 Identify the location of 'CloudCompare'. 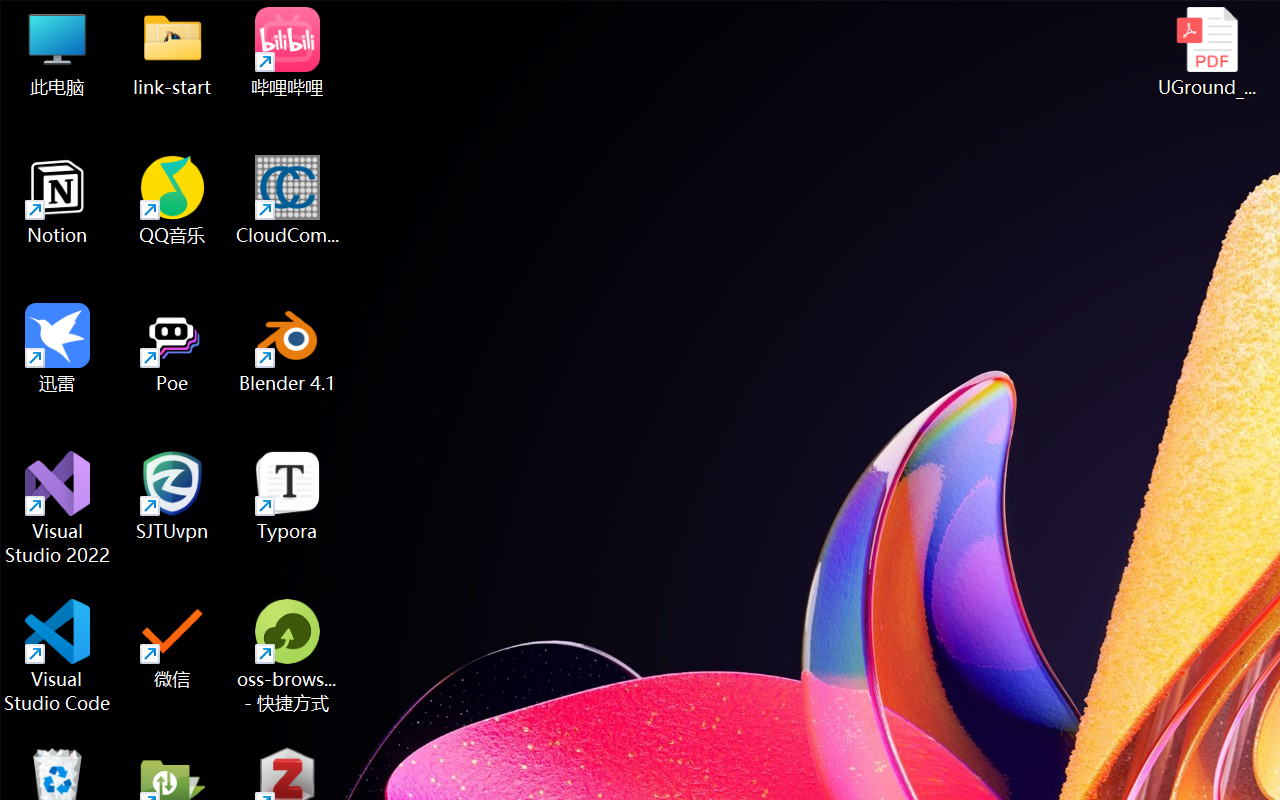
(287, 200).